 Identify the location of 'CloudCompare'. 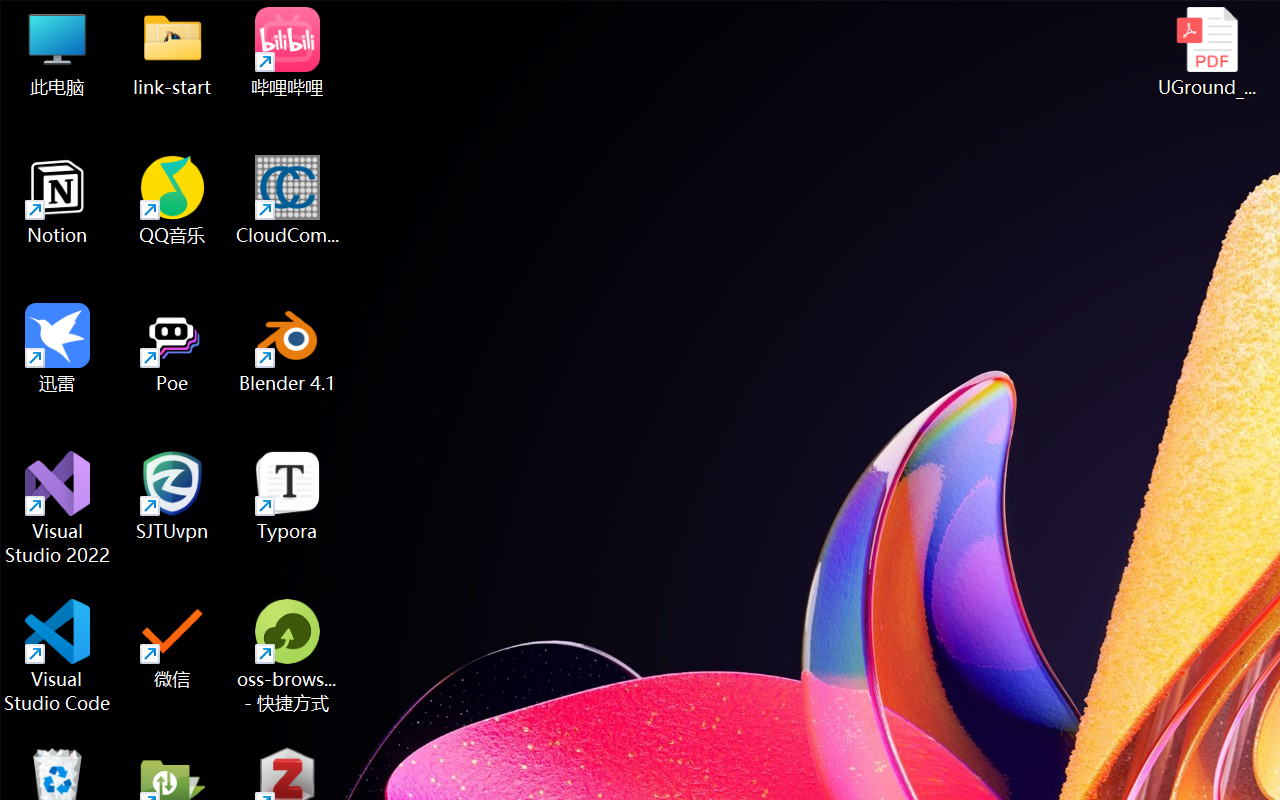
(287, 200).